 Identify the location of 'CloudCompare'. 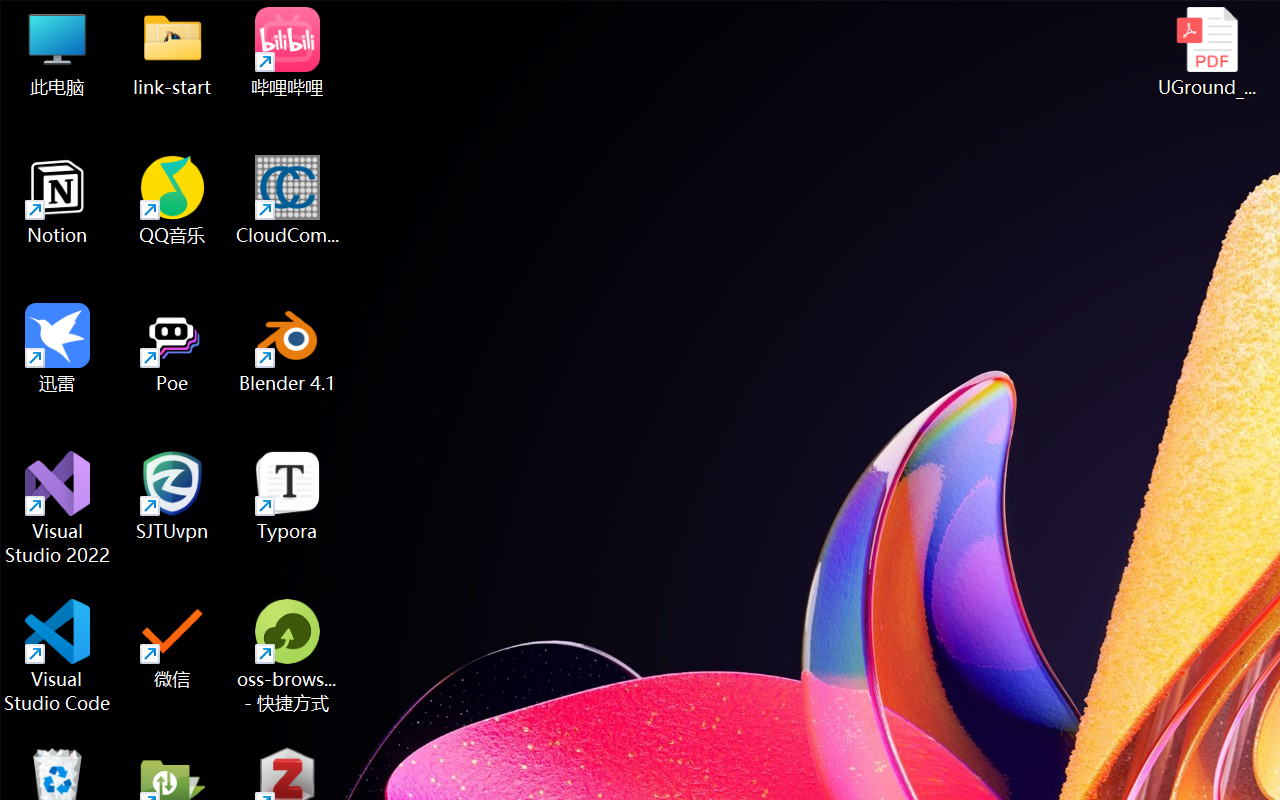
(287, 200).